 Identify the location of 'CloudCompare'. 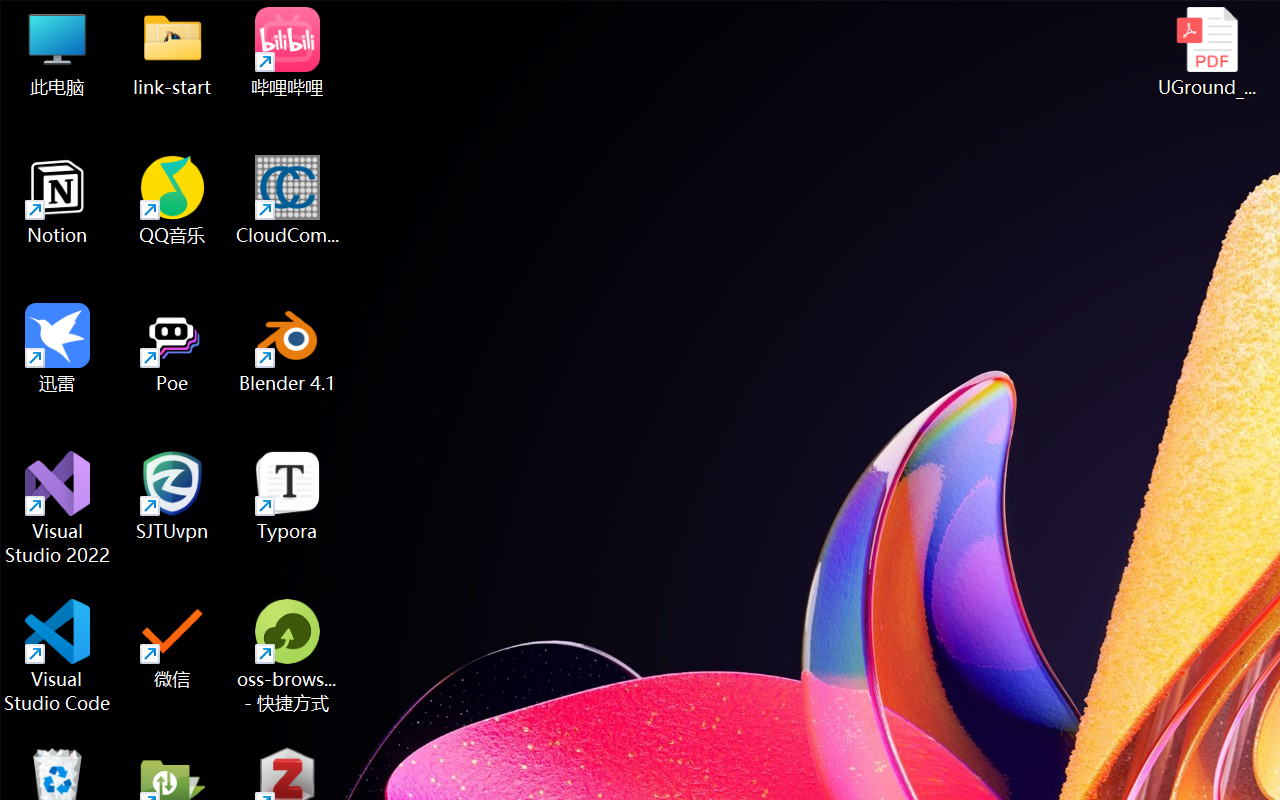
(287, 200).